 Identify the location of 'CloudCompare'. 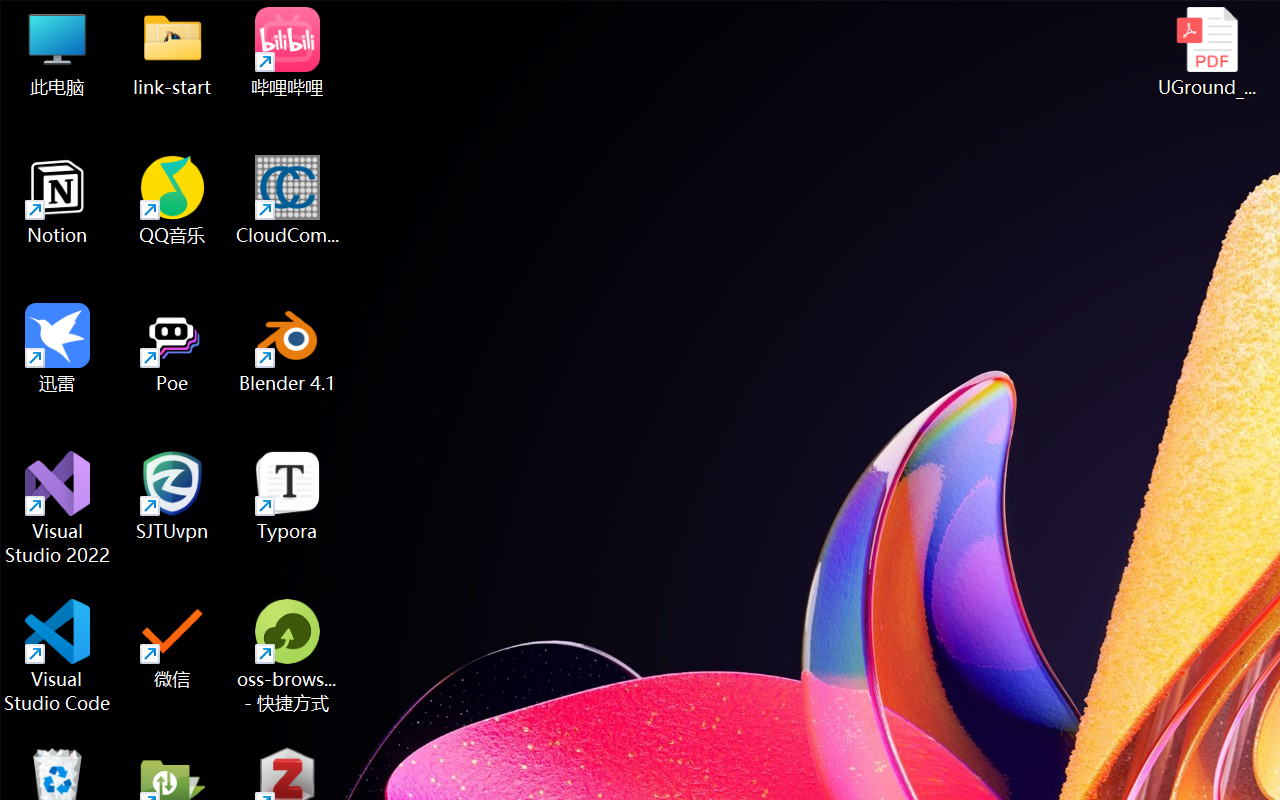
(287, 200).